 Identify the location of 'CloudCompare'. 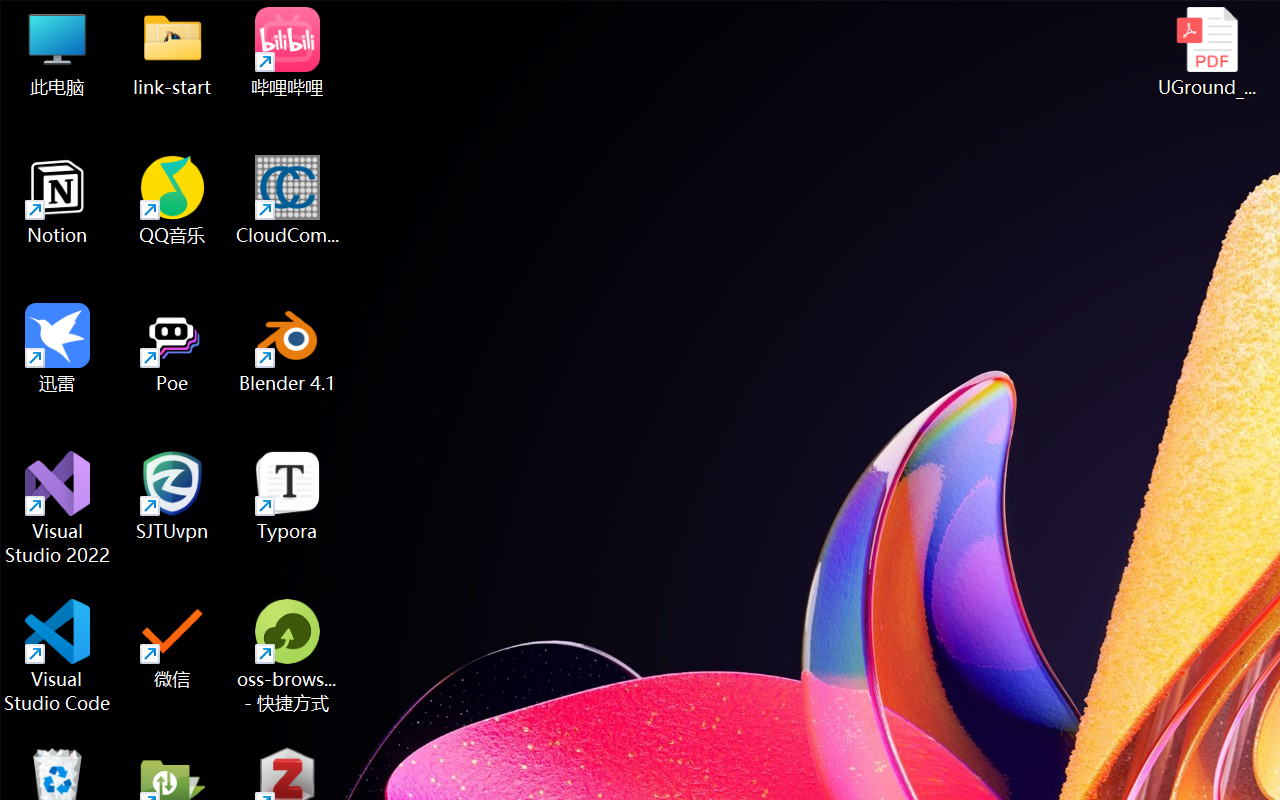
(287, 200).